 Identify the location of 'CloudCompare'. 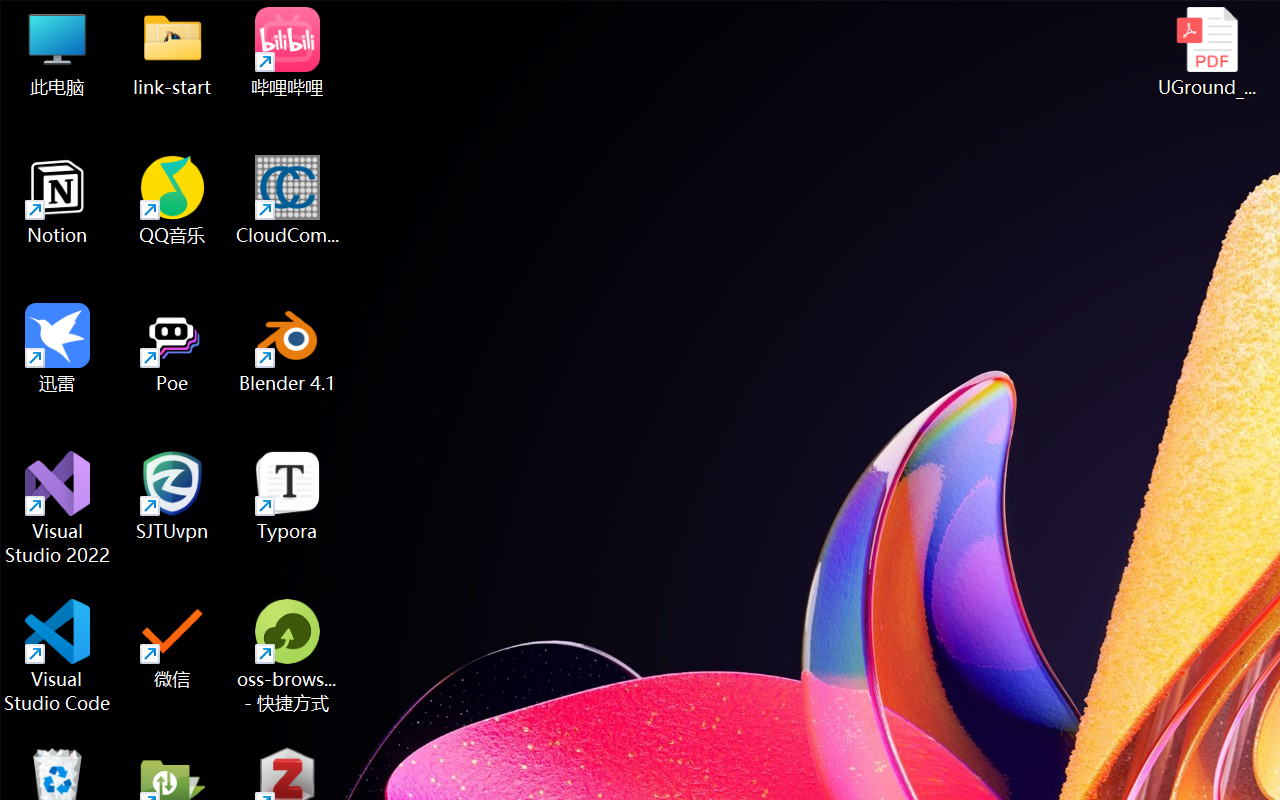
(287, 200).